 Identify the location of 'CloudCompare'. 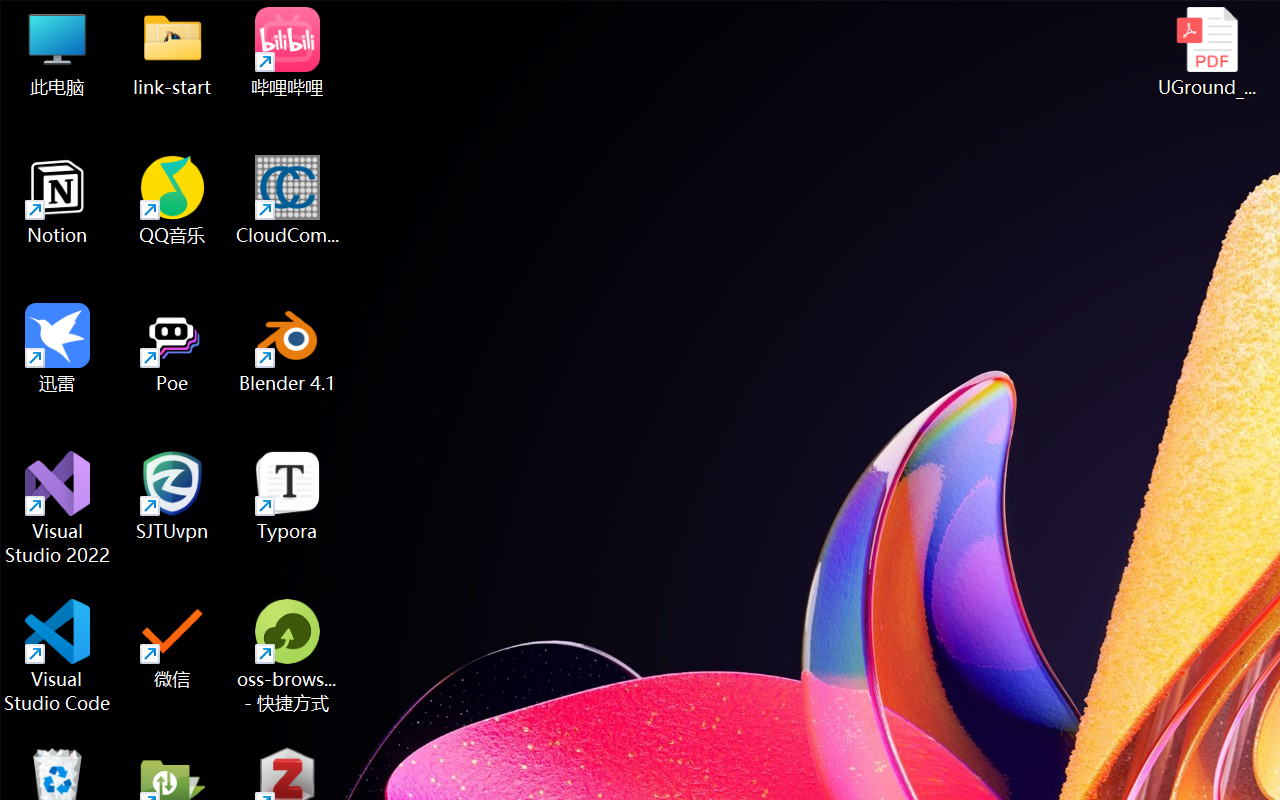
(287, 200).